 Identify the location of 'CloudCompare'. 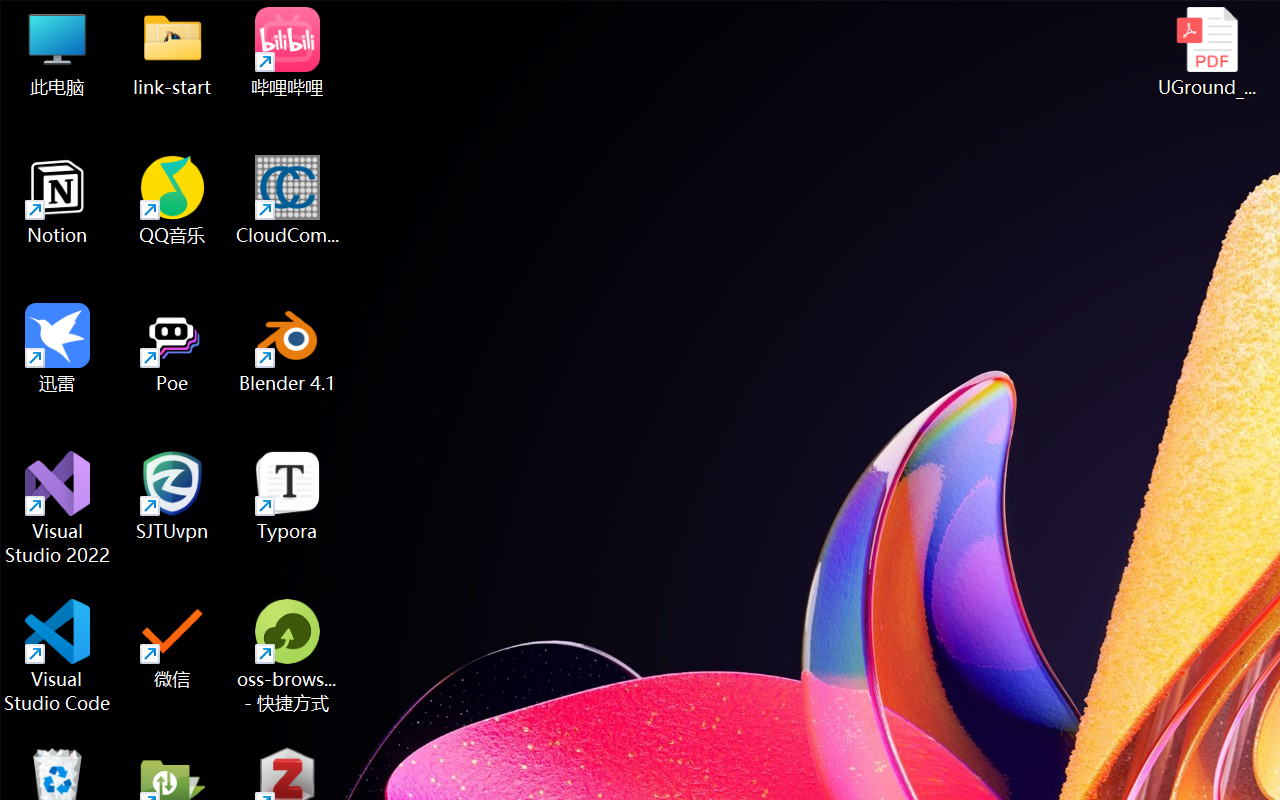
(287, 200).